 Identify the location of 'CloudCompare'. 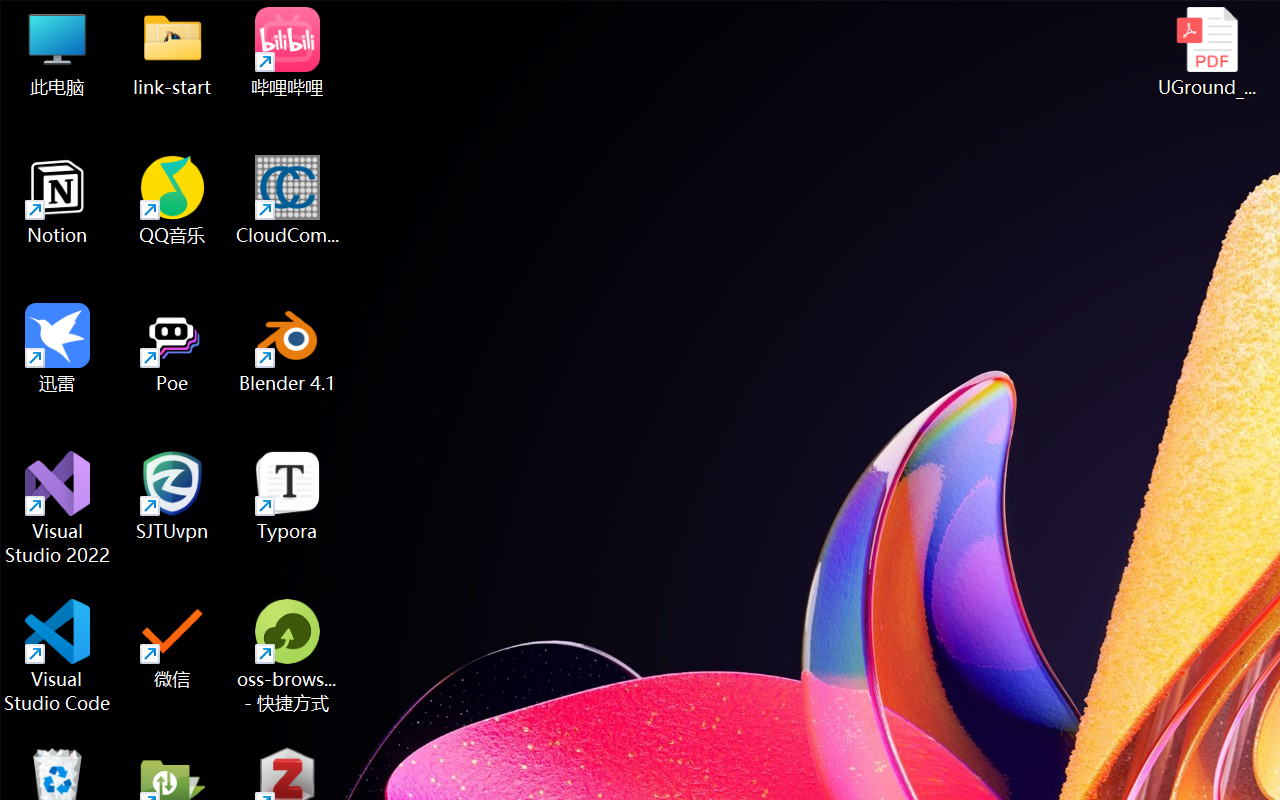
(287, 200).